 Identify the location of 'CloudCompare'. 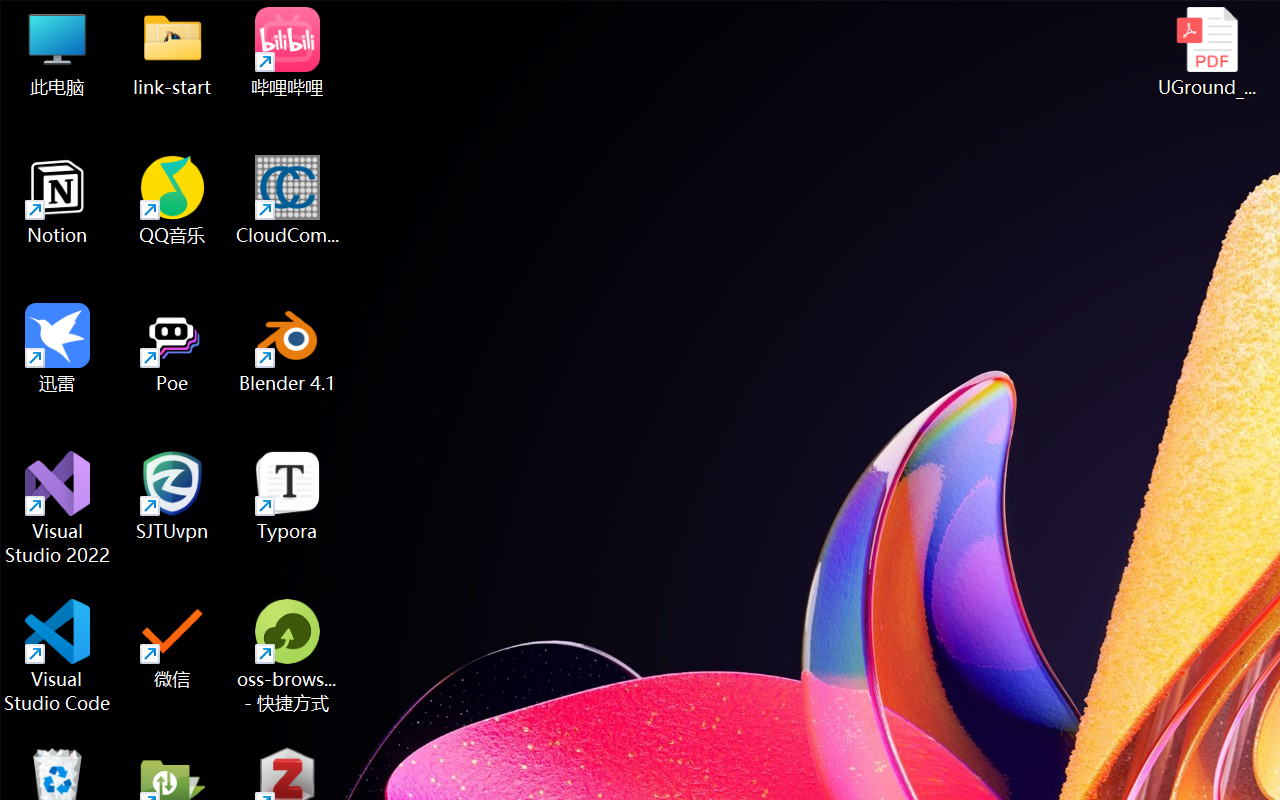
(287, 200).